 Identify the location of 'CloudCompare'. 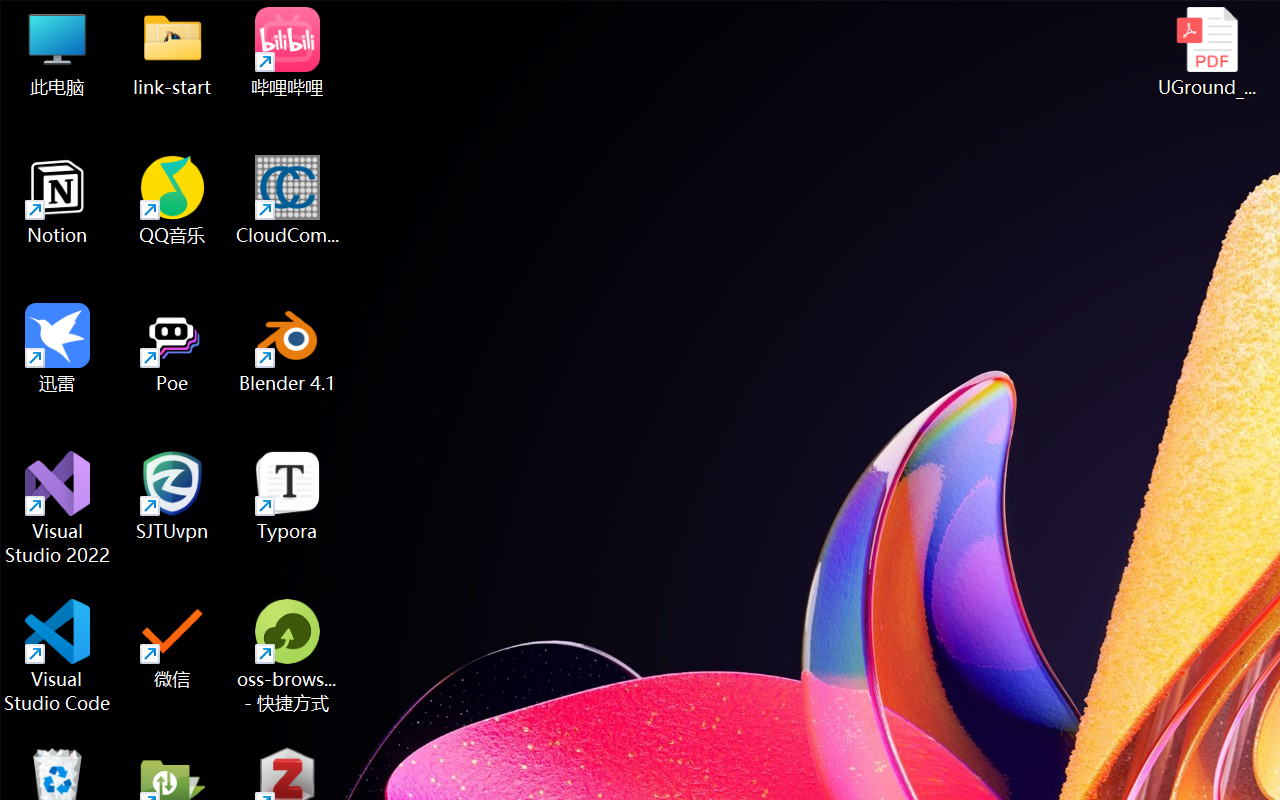
(287, 200).